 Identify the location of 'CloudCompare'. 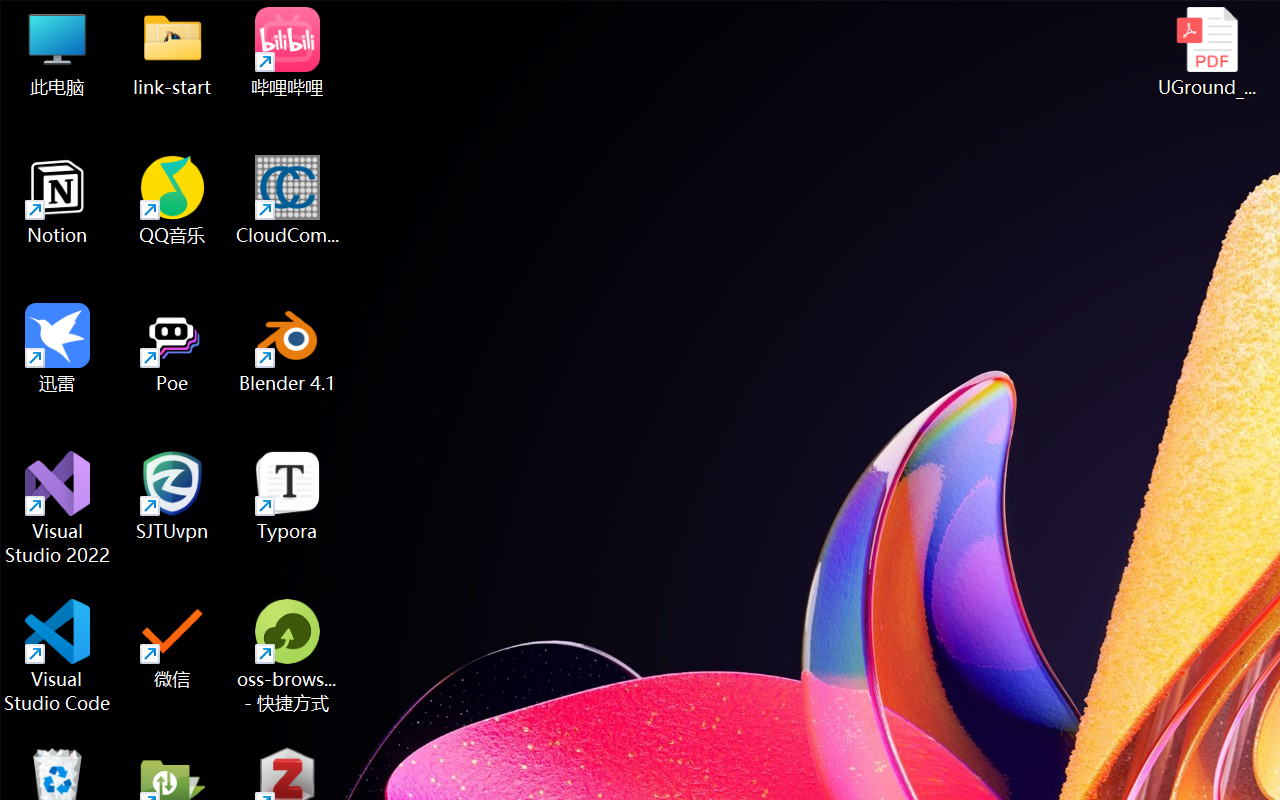
(287, 200).